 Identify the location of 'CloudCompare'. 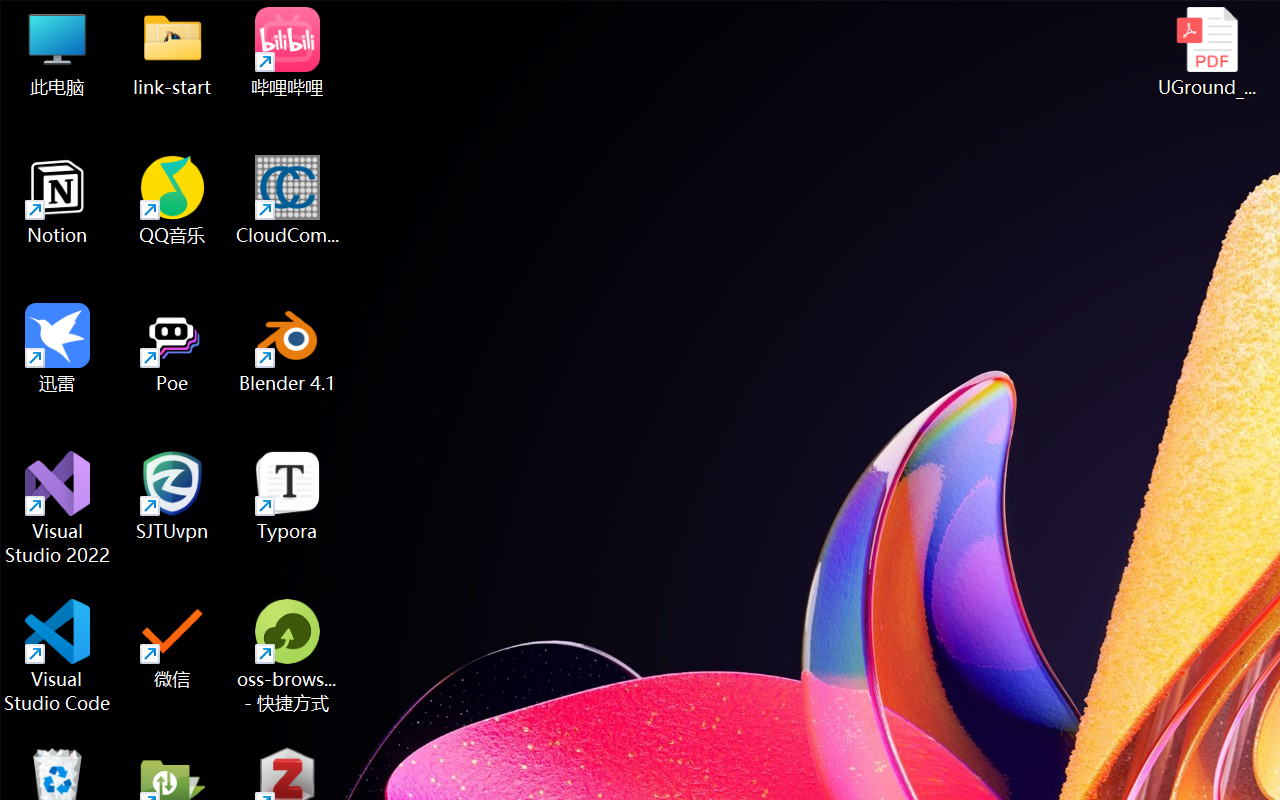
(287, 200).